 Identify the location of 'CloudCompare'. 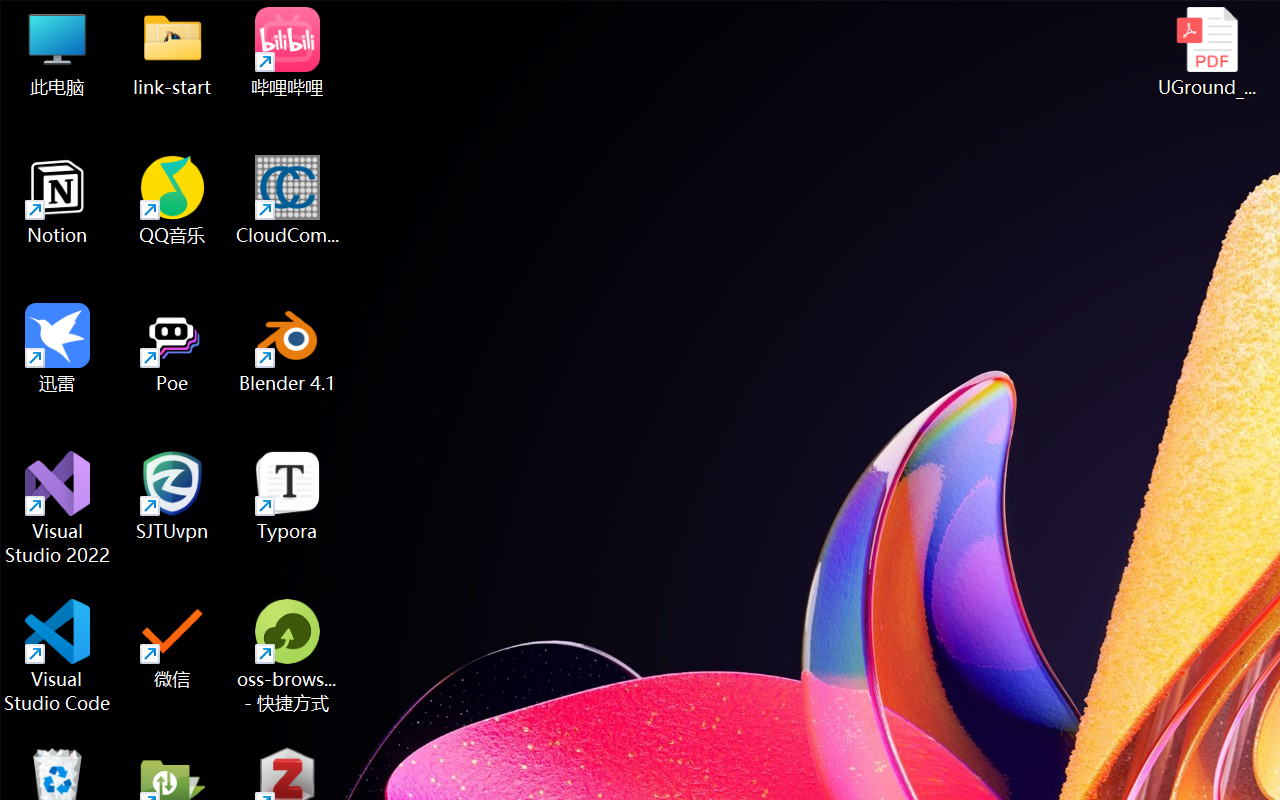
(287, 200).